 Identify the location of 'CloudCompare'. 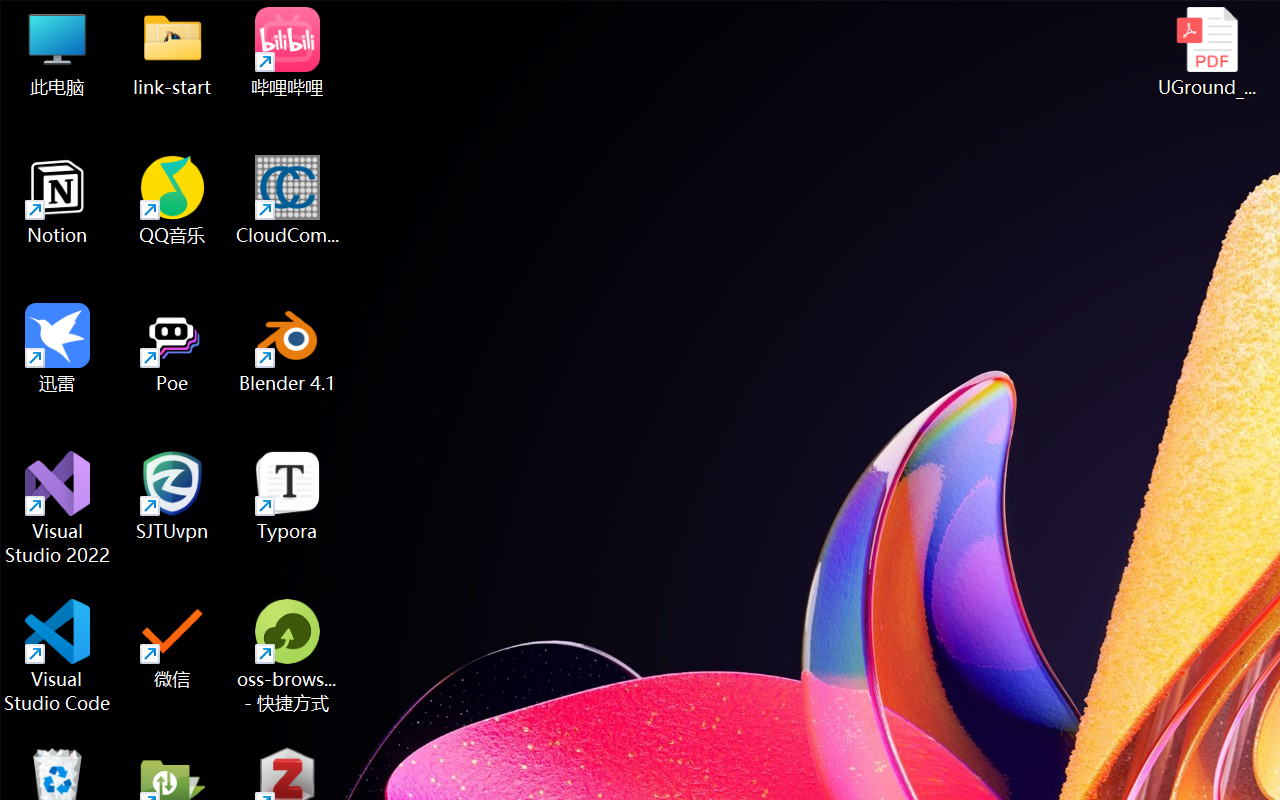
(287, 200).